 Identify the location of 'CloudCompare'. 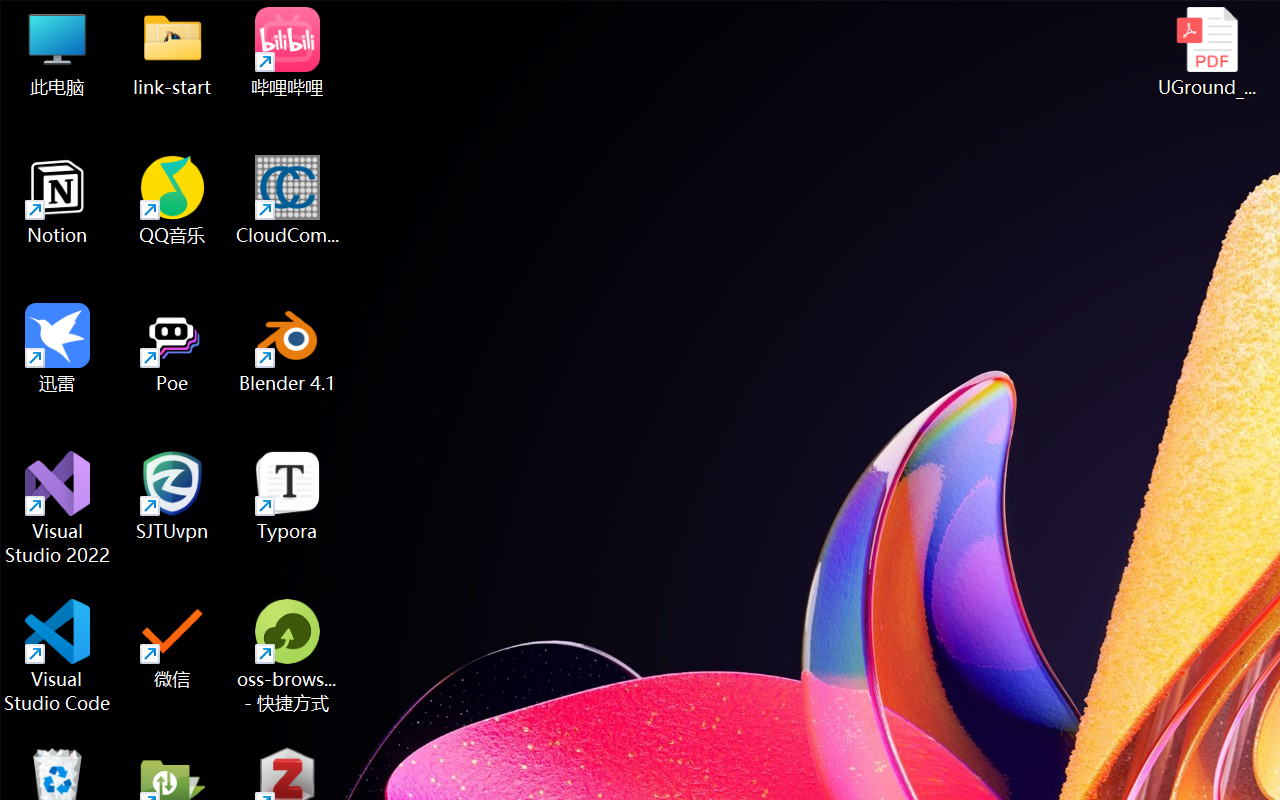
(287, 200).